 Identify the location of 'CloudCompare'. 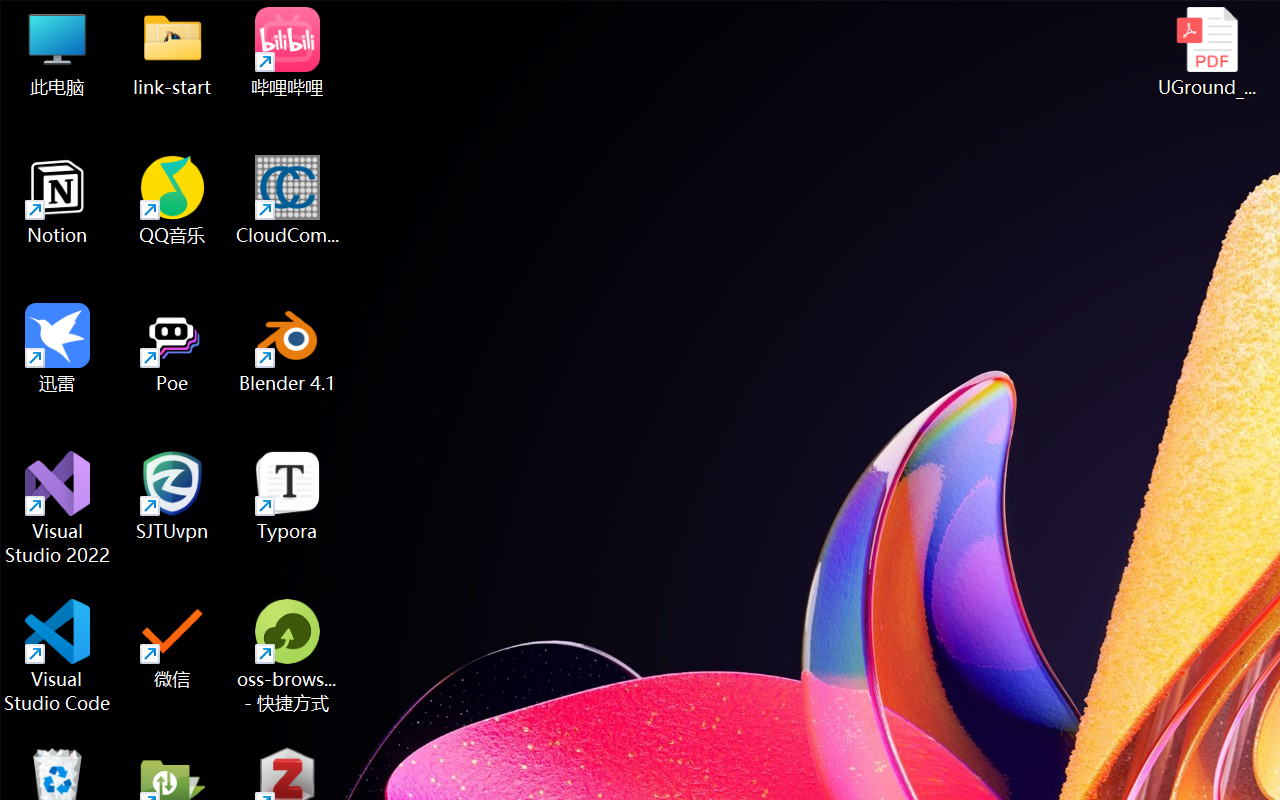
(287, 200).